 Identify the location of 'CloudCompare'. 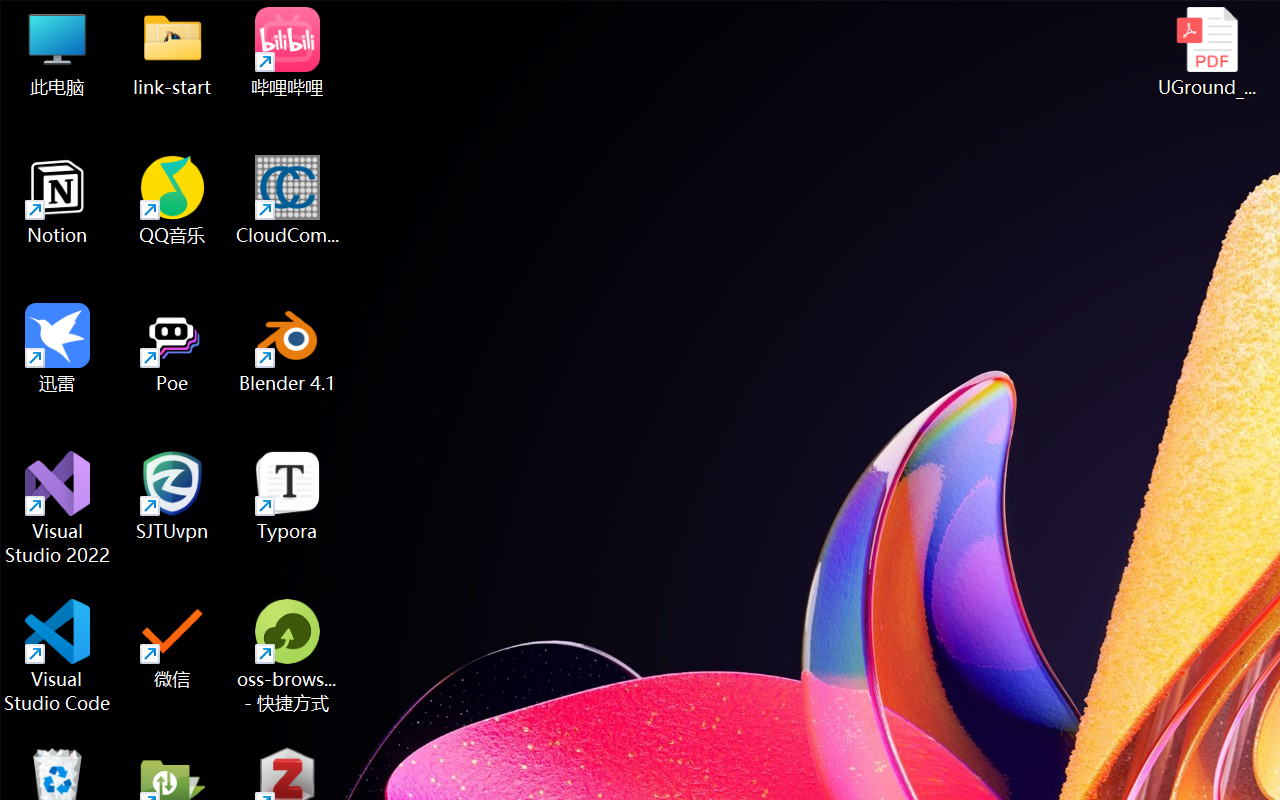
(287, 200).